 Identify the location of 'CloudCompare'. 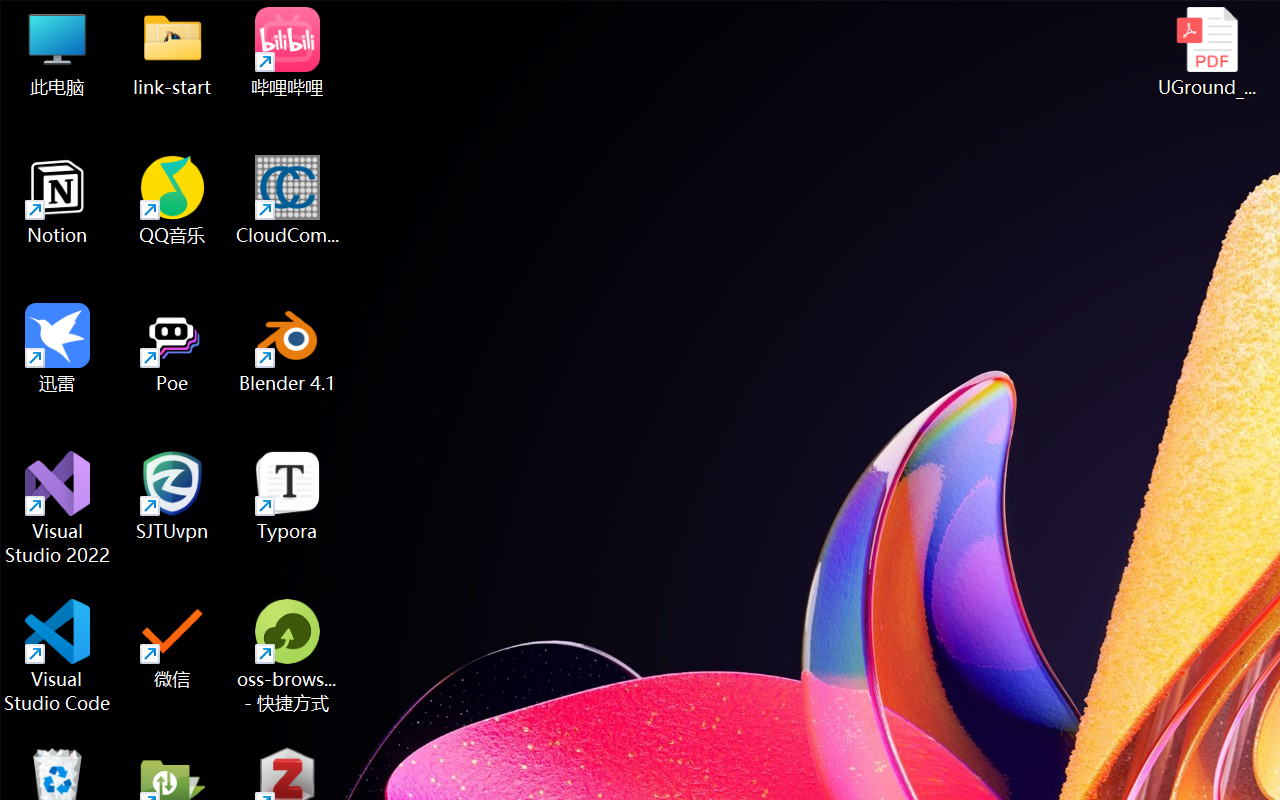
(287, 200).